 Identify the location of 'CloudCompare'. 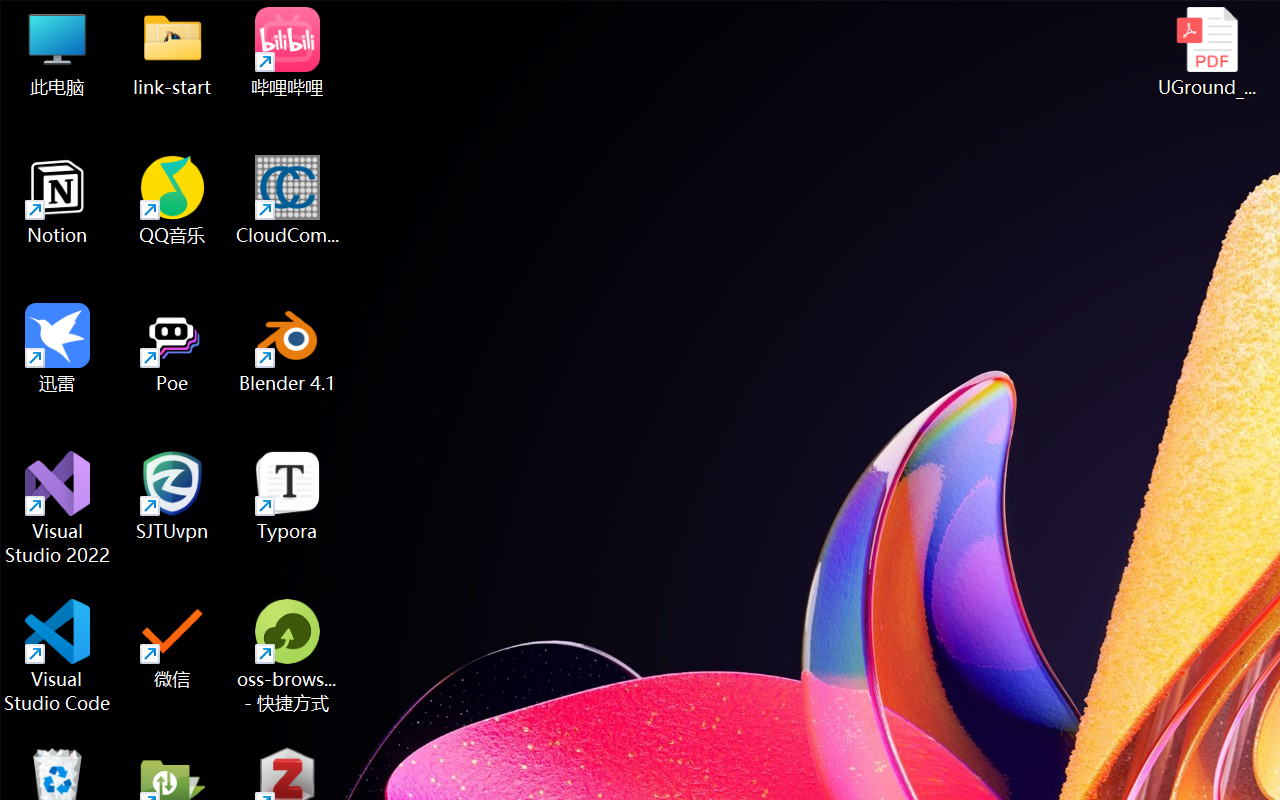
(287, 200).